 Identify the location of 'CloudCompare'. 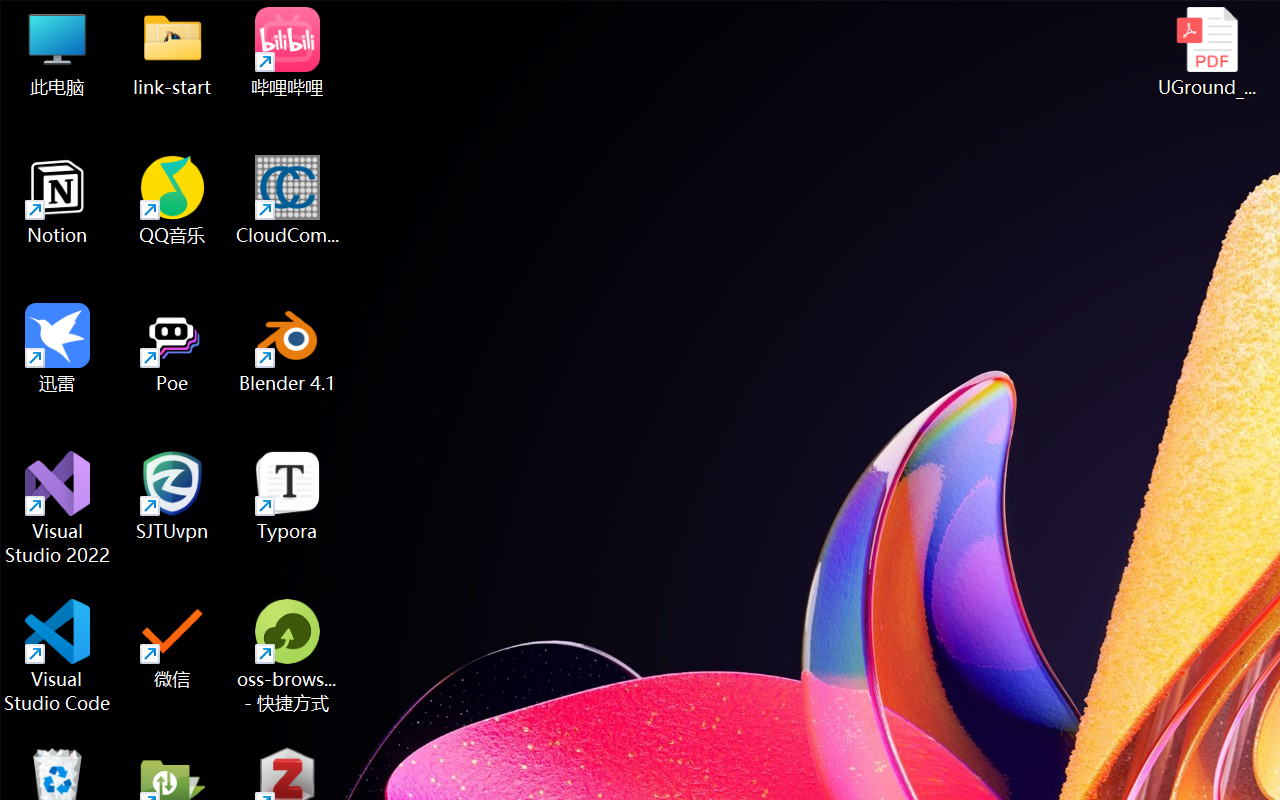
(287, 200).